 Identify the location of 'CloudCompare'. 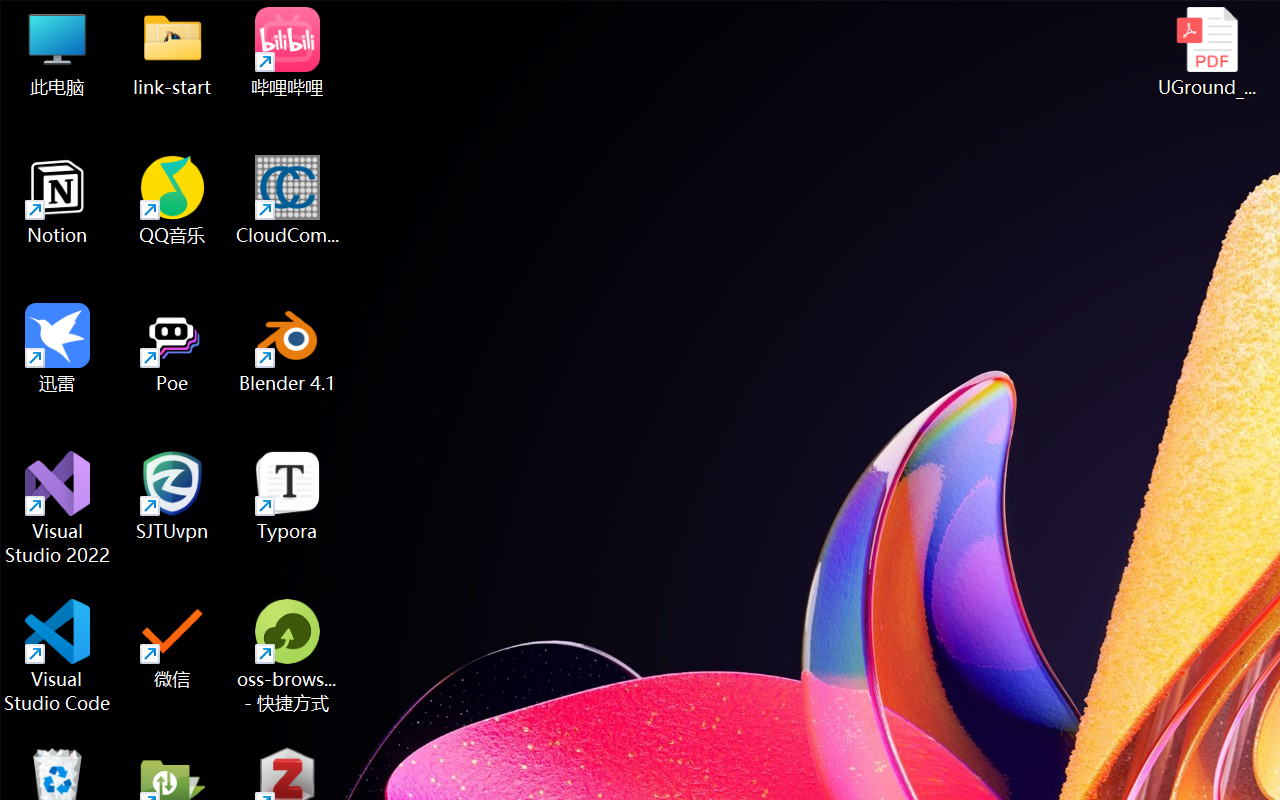
(287, 200).